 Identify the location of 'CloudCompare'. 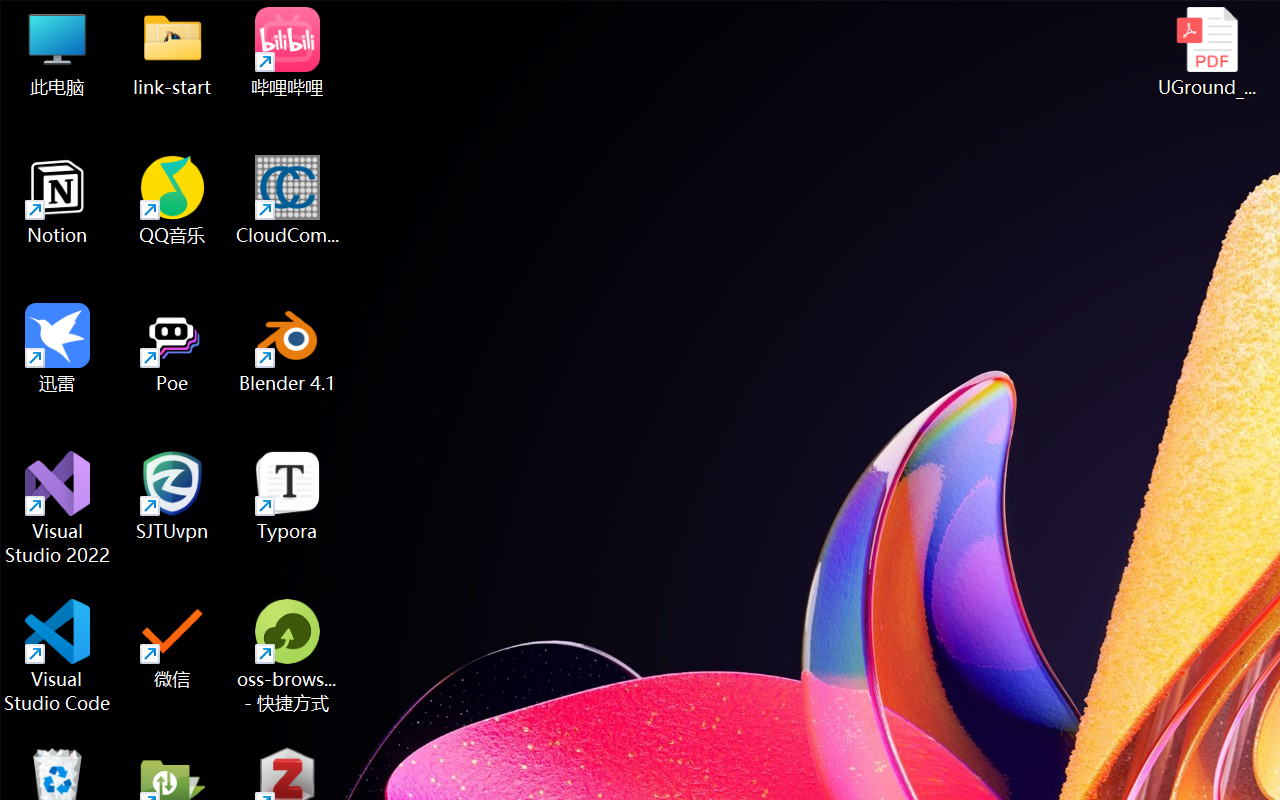
(287, 200).